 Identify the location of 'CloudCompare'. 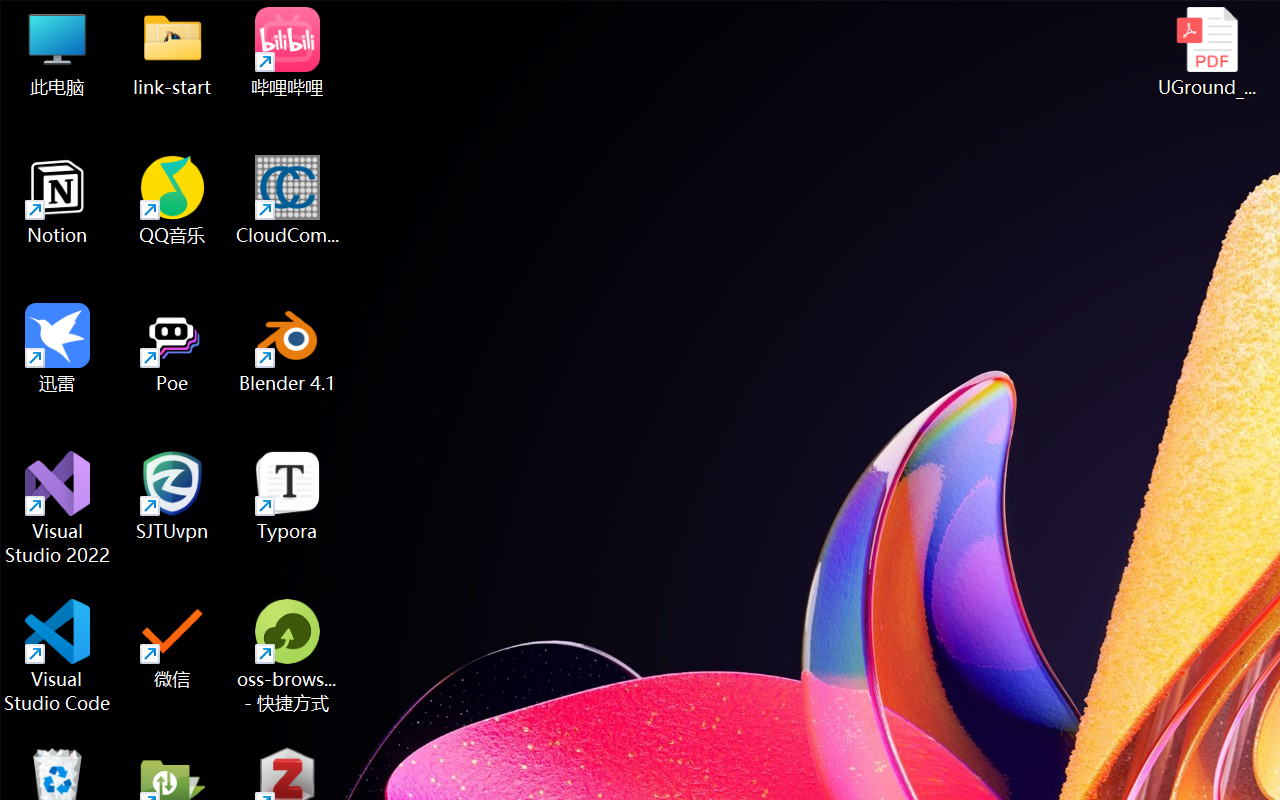
(287, 200).